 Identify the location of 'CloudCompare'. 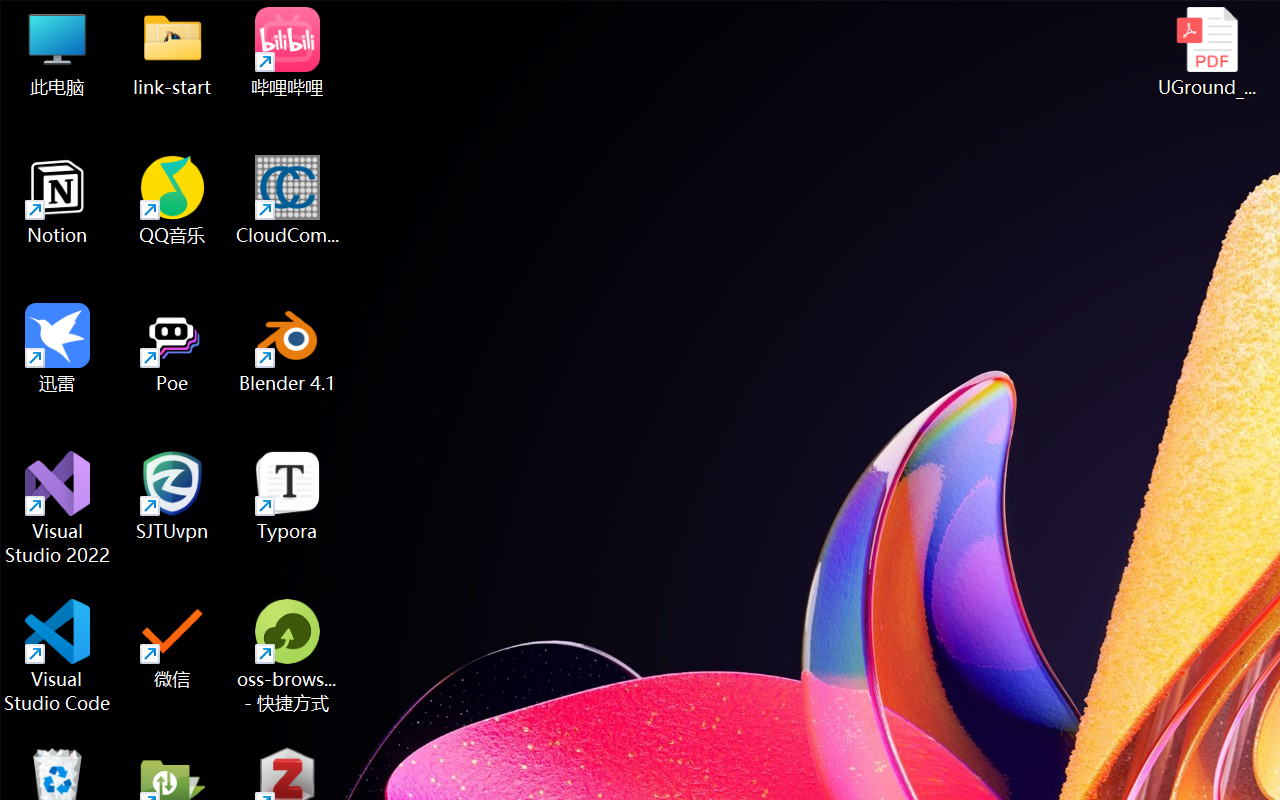
(287, 200).